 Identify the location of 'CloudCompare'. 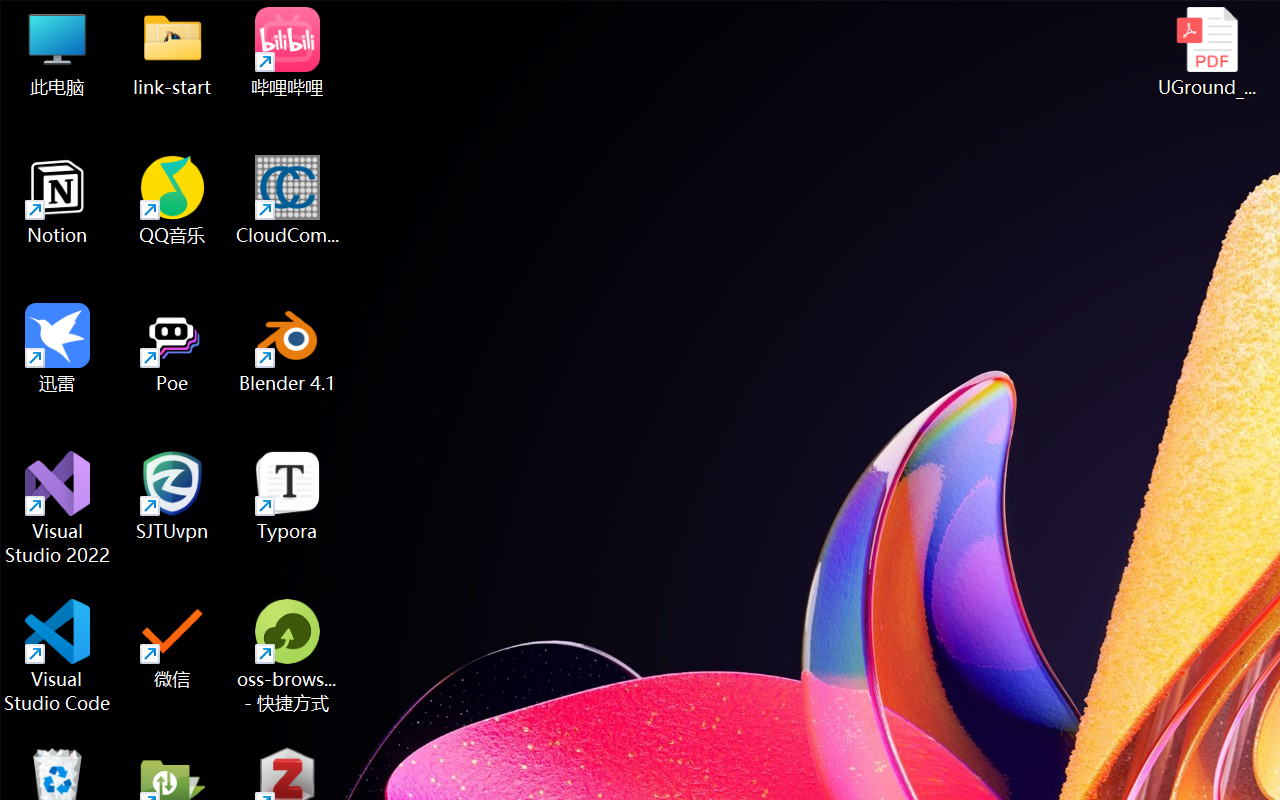
(287, 200).